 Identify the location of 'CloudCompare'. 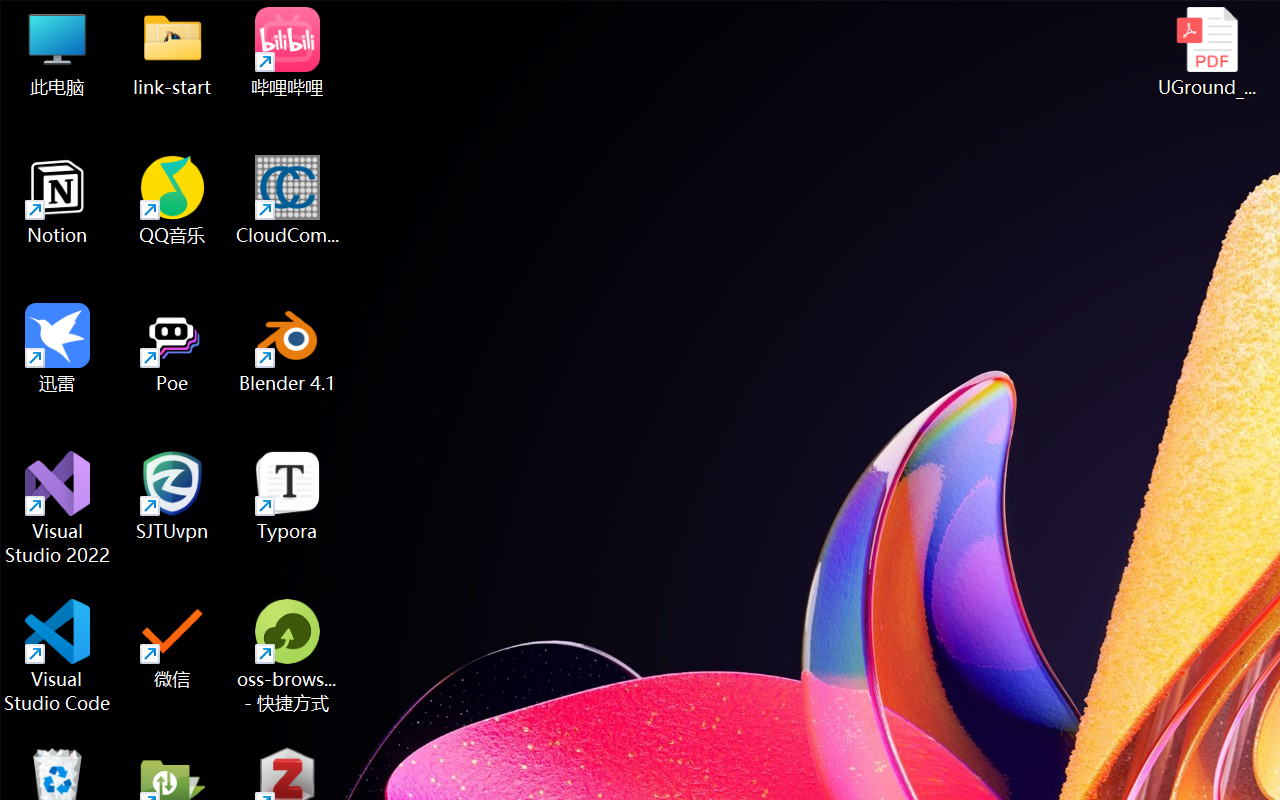
(287, 200).